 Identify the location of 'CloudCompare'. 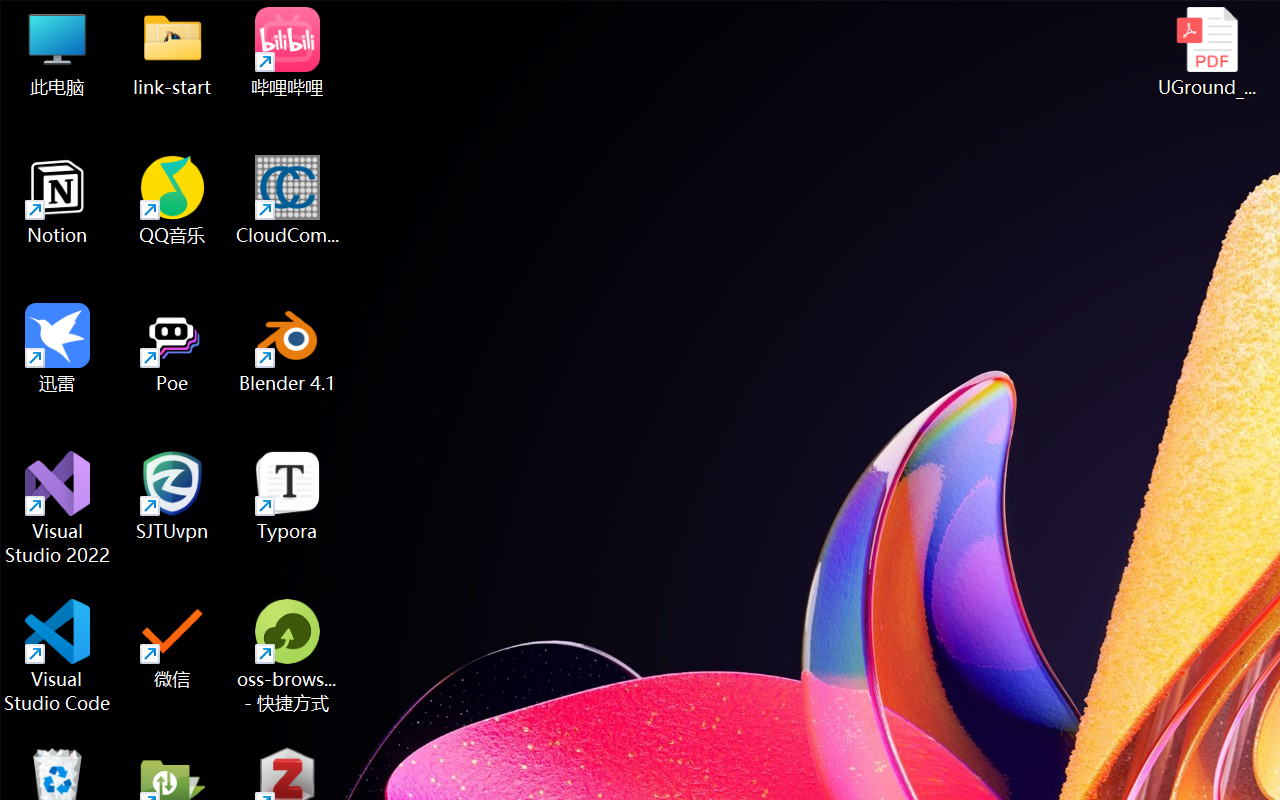
(287, 200).